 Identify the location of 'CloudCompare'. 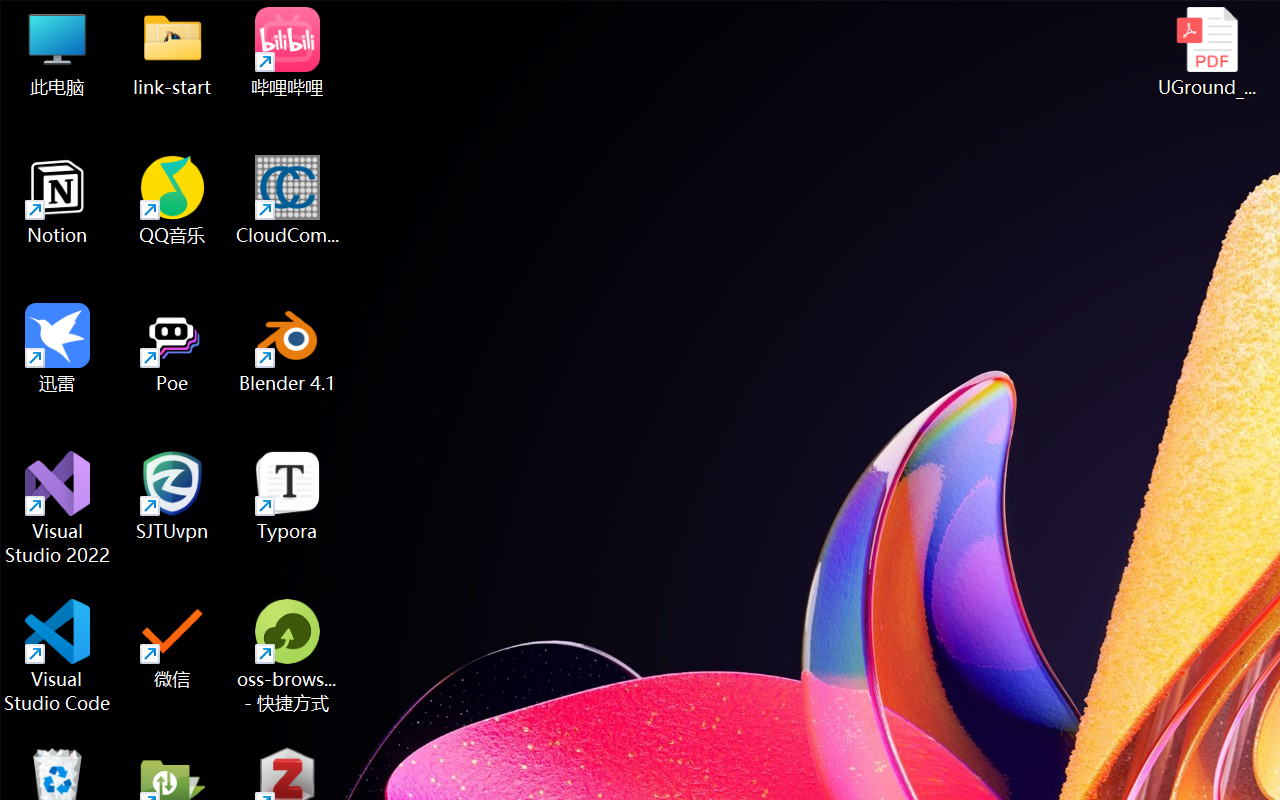
(287, 200).